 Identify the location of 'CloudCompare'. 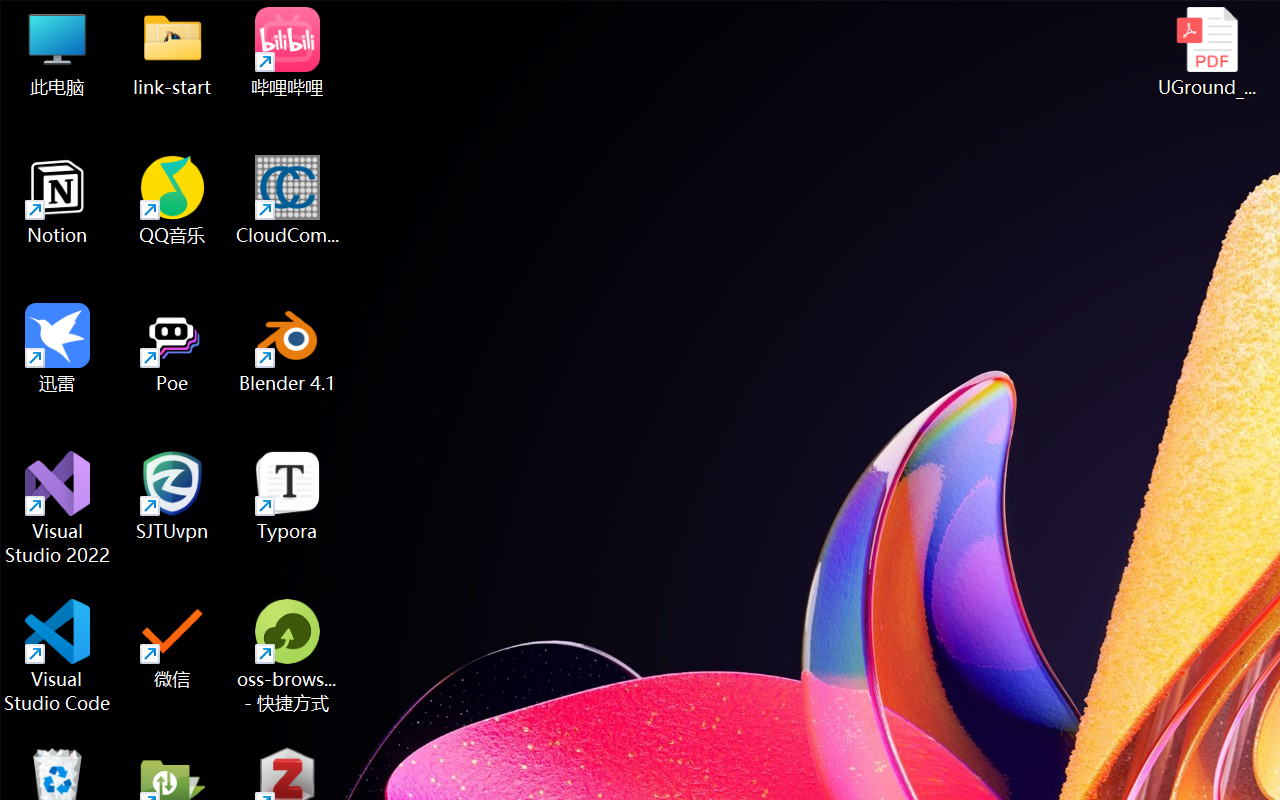
(287, 200).